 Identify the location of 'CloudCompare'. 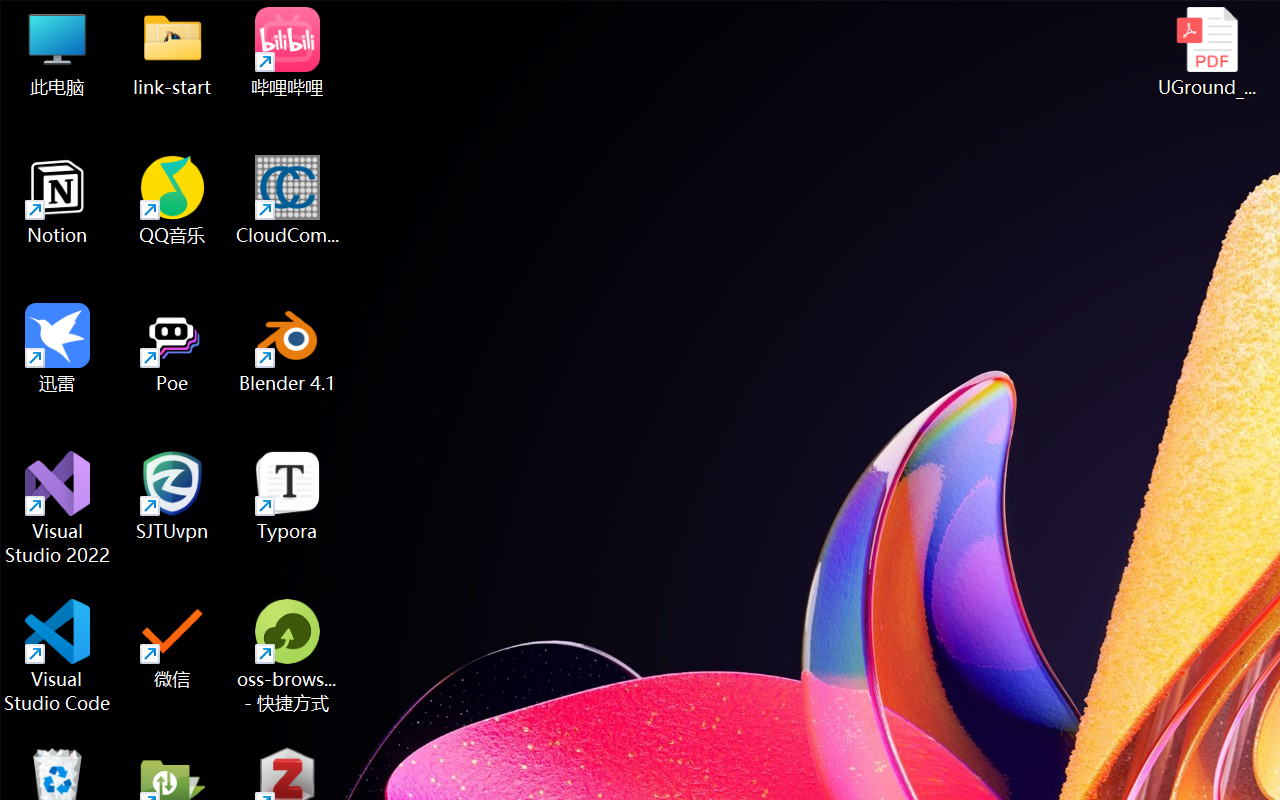
(287, 200).